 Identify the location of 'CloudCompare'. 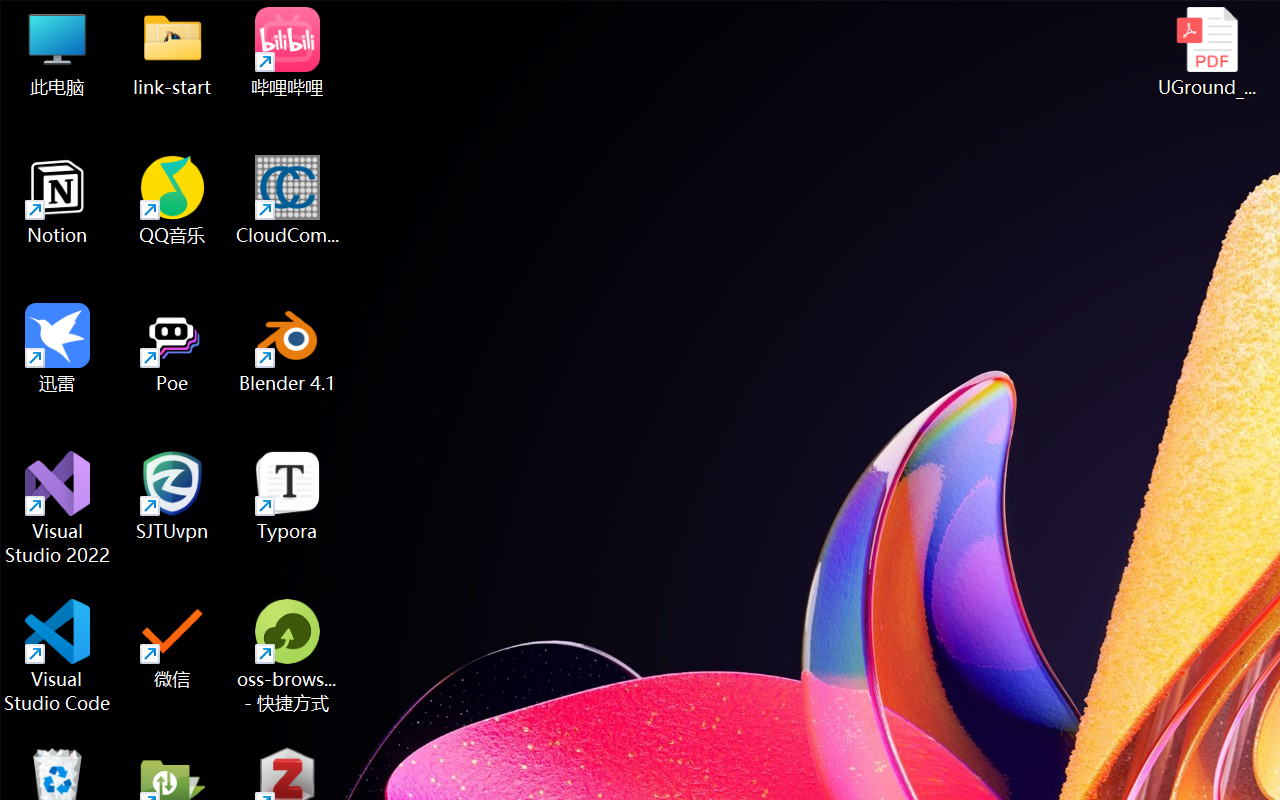
(287, 200).